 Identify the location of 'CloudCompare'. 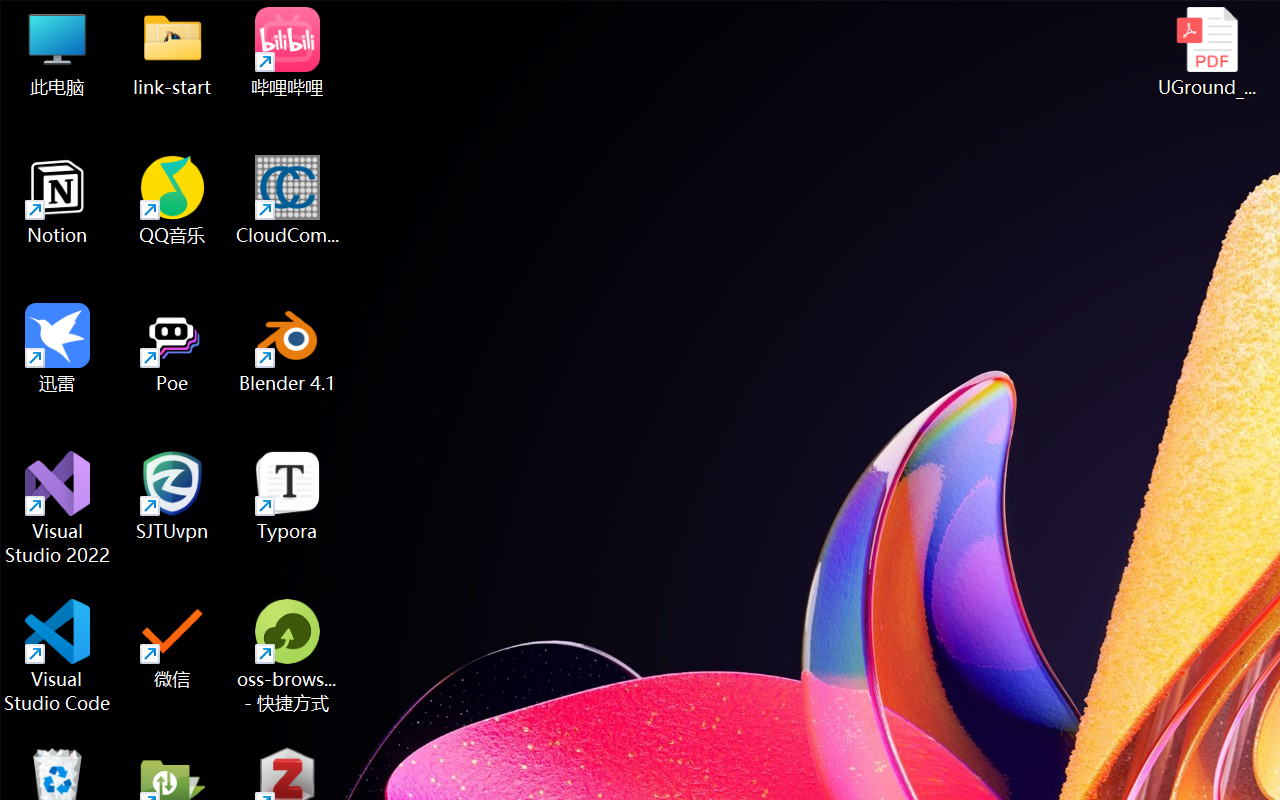
(287, 200).